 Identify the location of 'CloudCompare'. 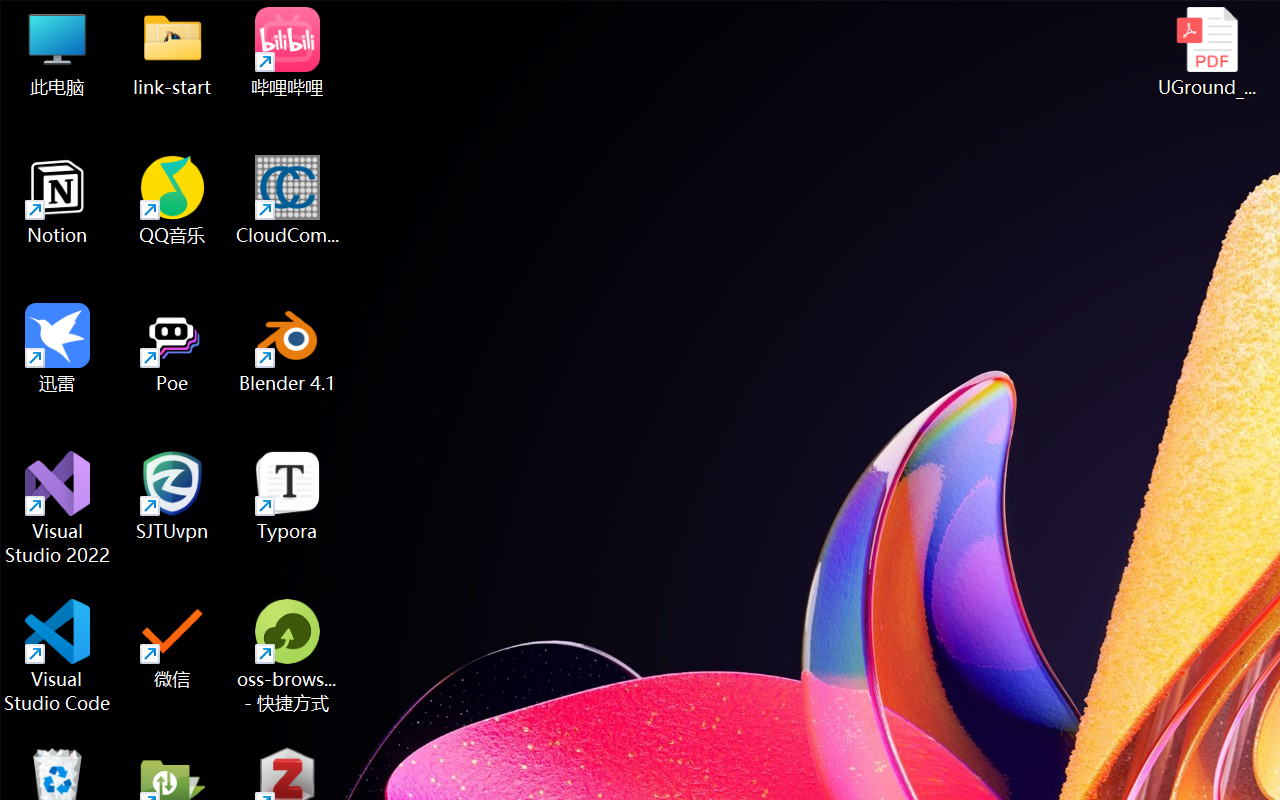
(287, 200).